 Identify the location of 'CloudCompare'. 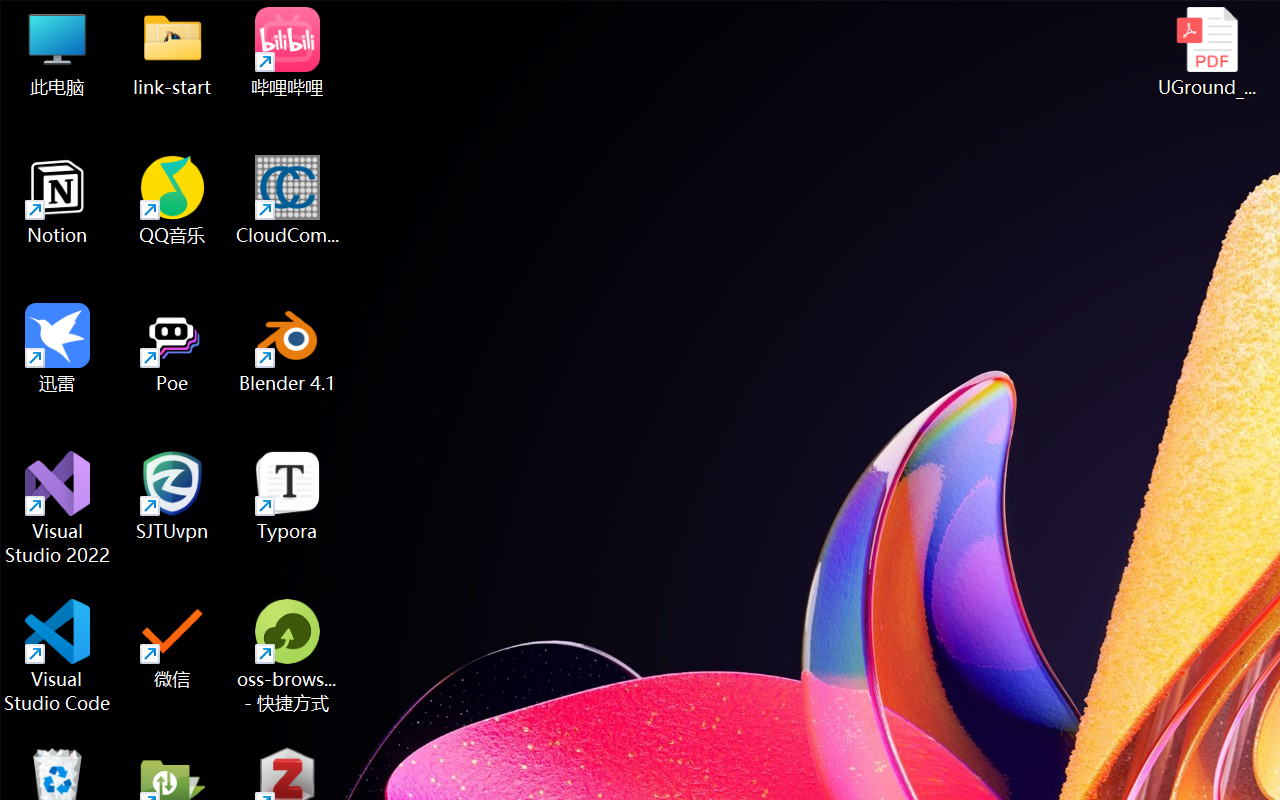
(287, 200).